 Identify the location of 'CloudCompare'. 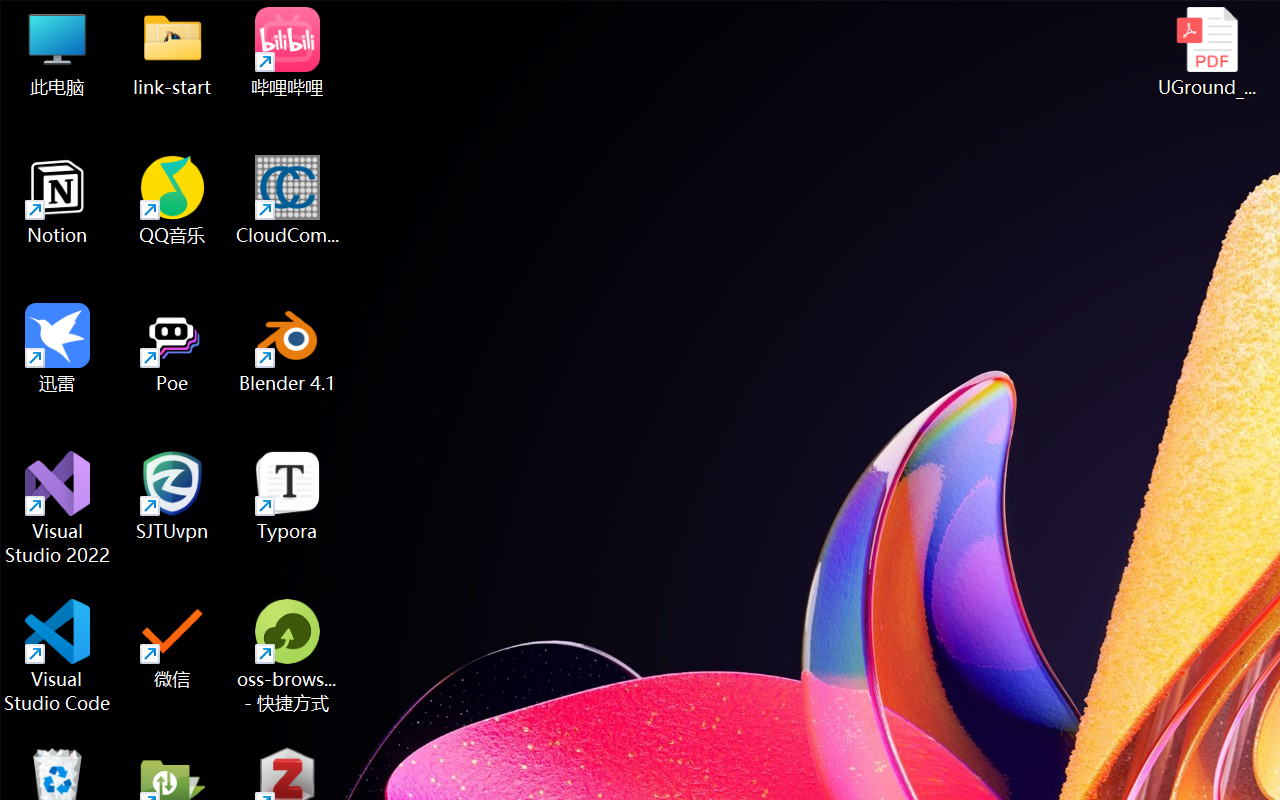
(287, 200).